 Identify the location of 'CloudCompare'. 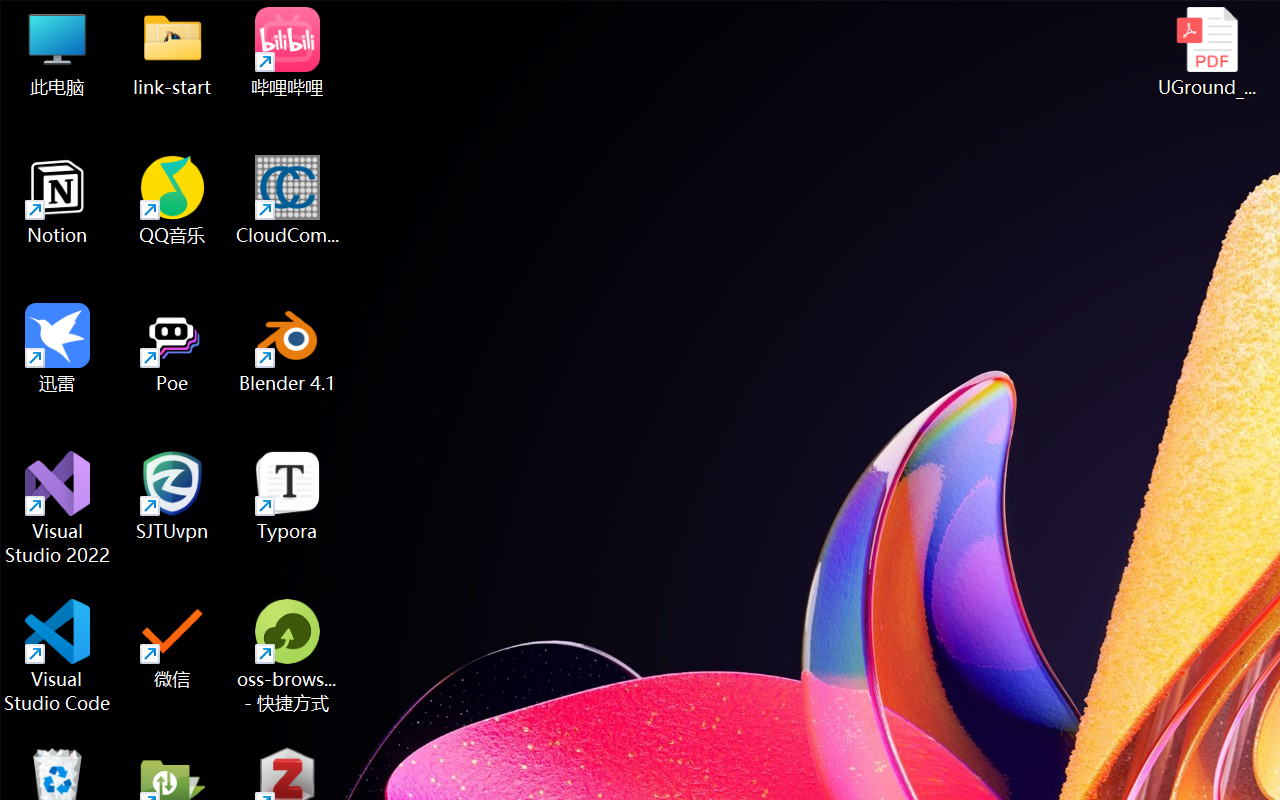
(287, 200).